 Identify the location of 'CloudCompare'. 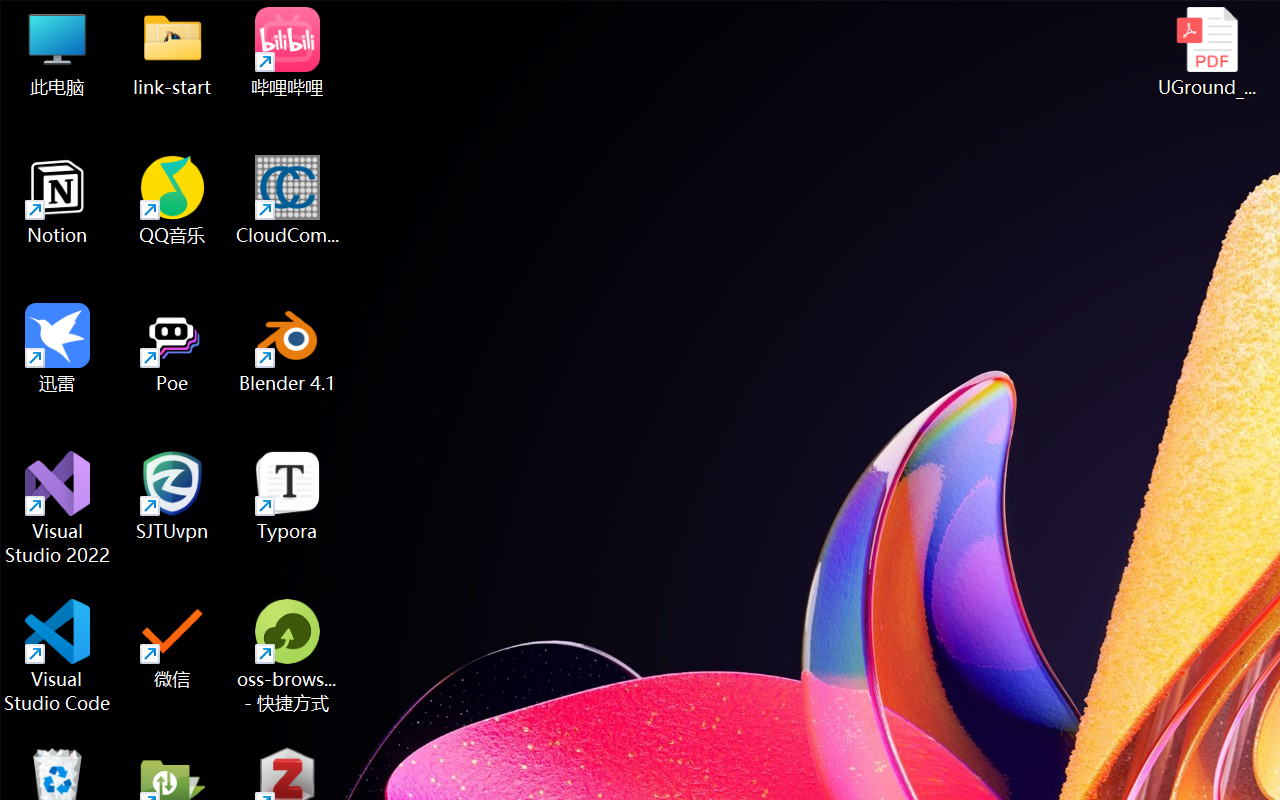
(287, 200).